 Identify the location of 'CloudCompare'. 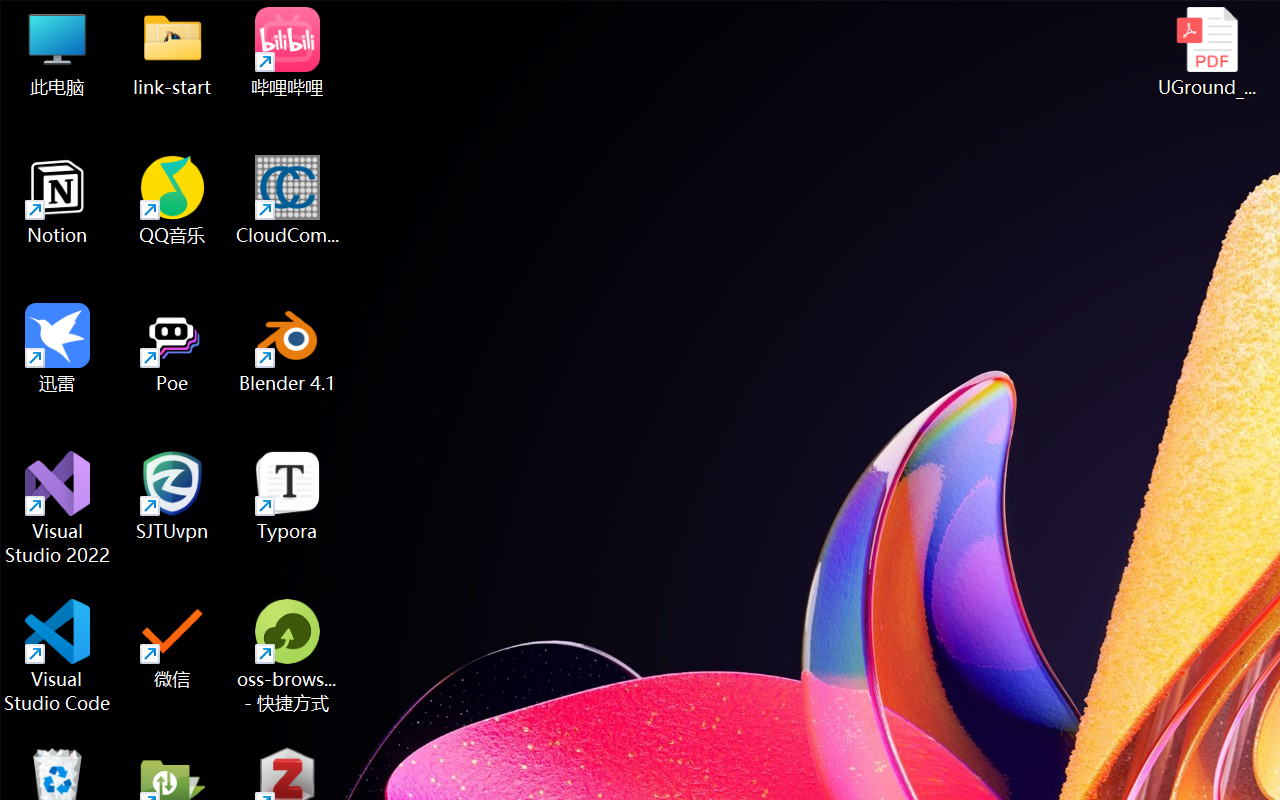
(287, 200).